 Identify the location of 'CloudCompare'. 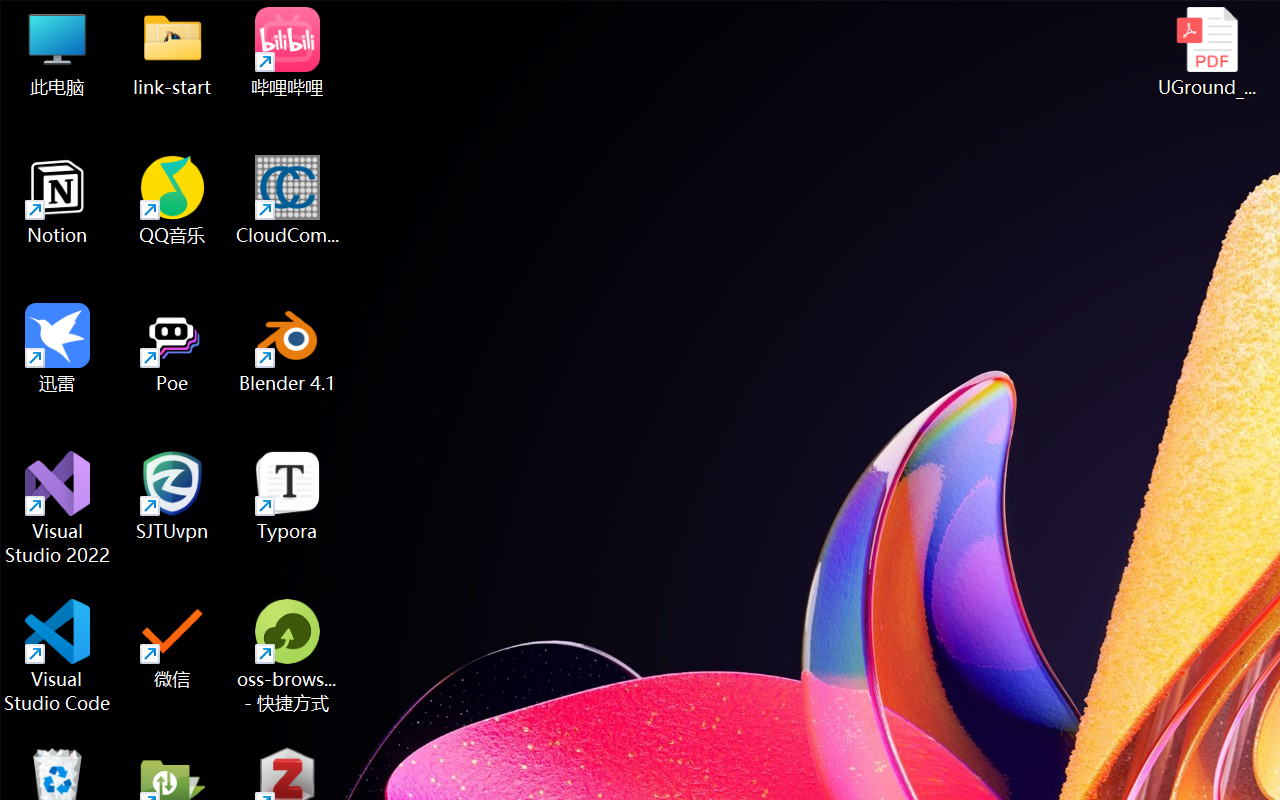
(287, 200).